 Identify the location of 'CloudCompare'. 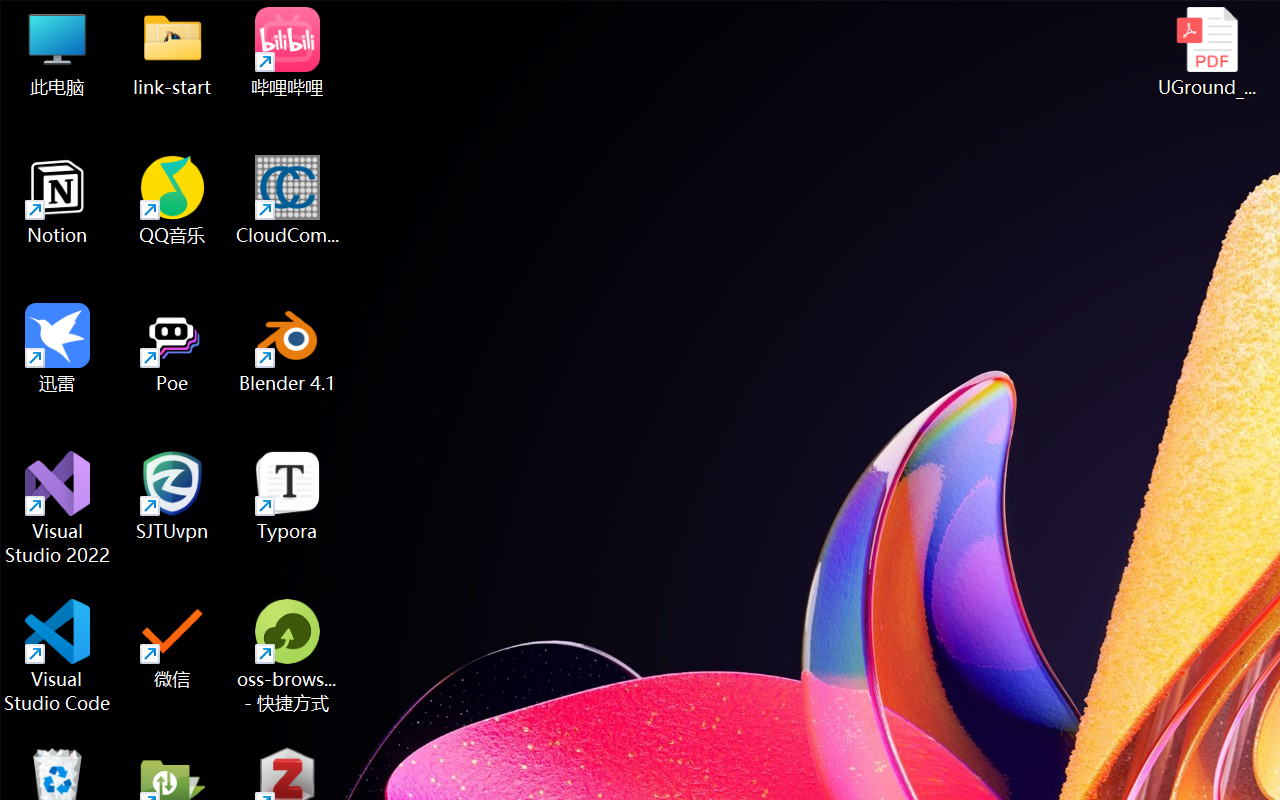
(287, 200).